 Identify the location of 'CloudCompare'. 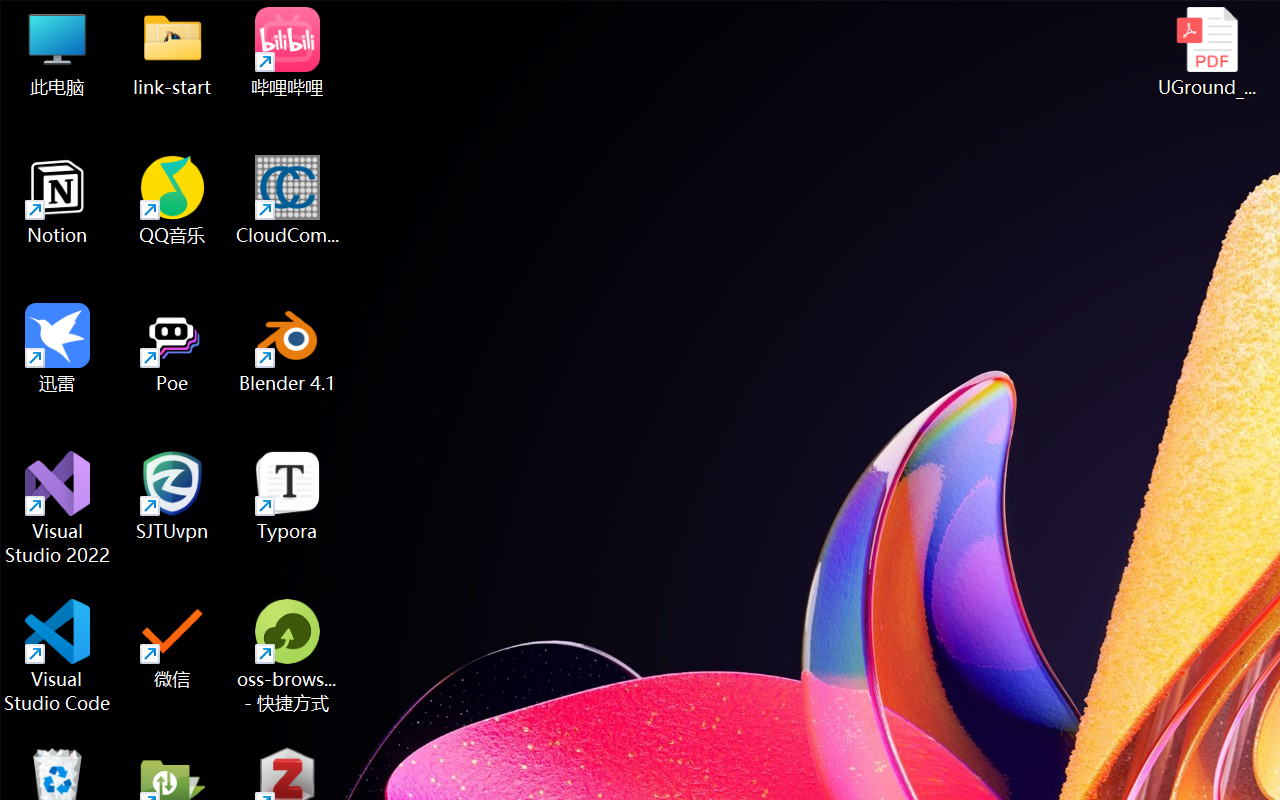
(287, 200).